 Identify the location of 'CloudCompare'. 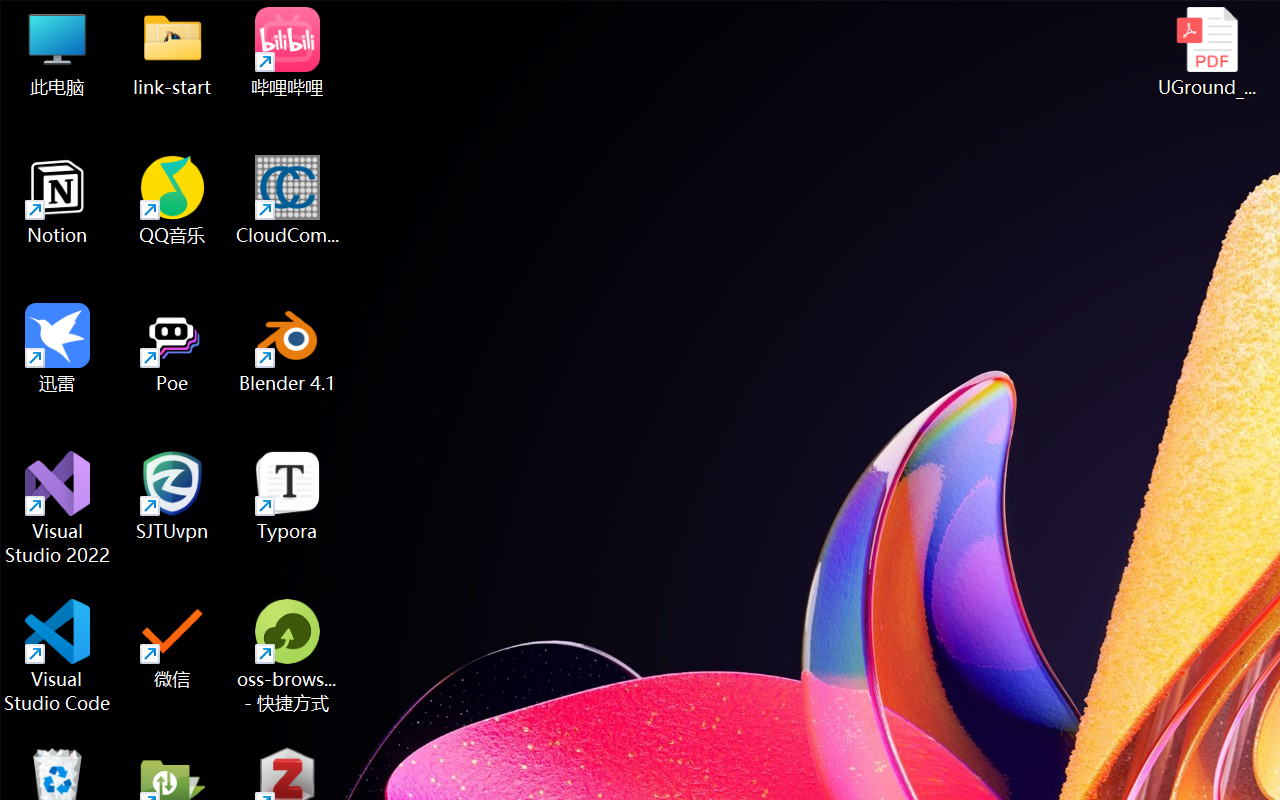
(287, 200).